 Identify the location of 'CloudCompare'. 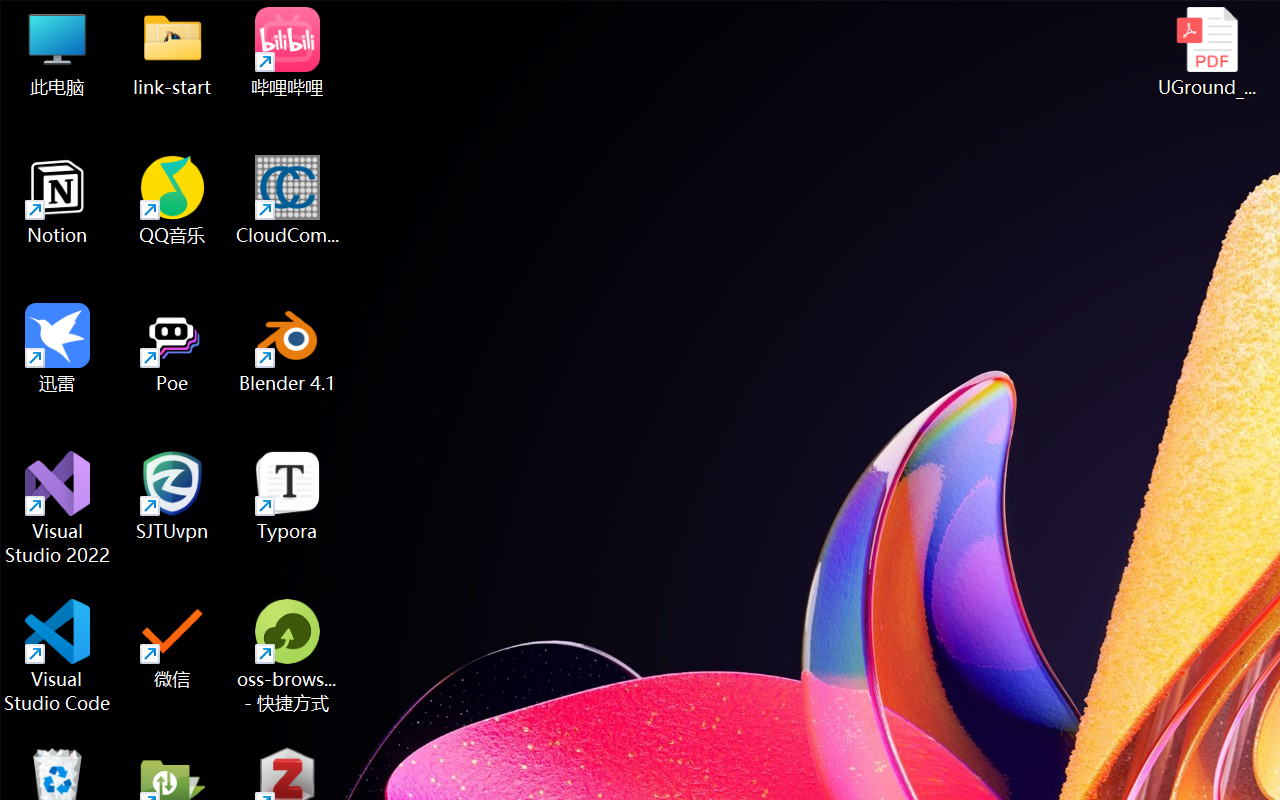
(287, 200).